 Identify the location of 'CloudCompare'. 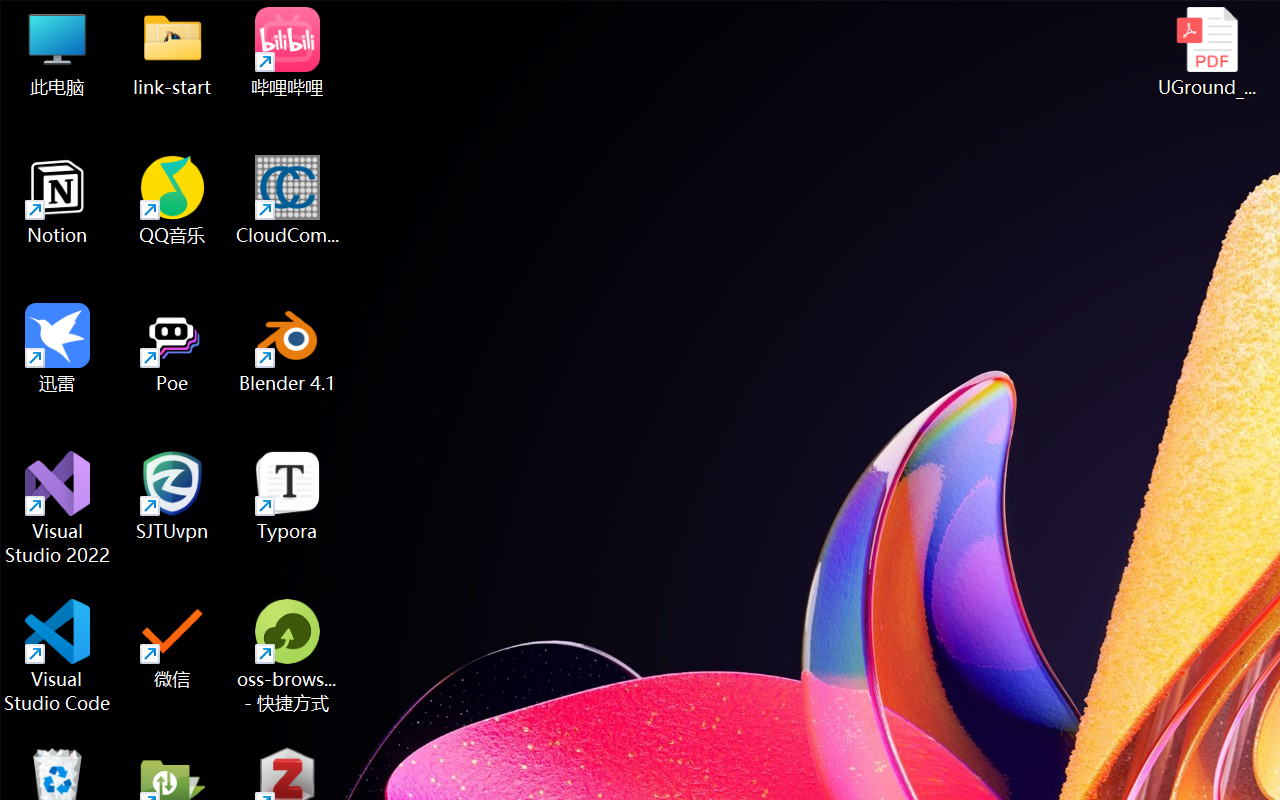
(287, 200).